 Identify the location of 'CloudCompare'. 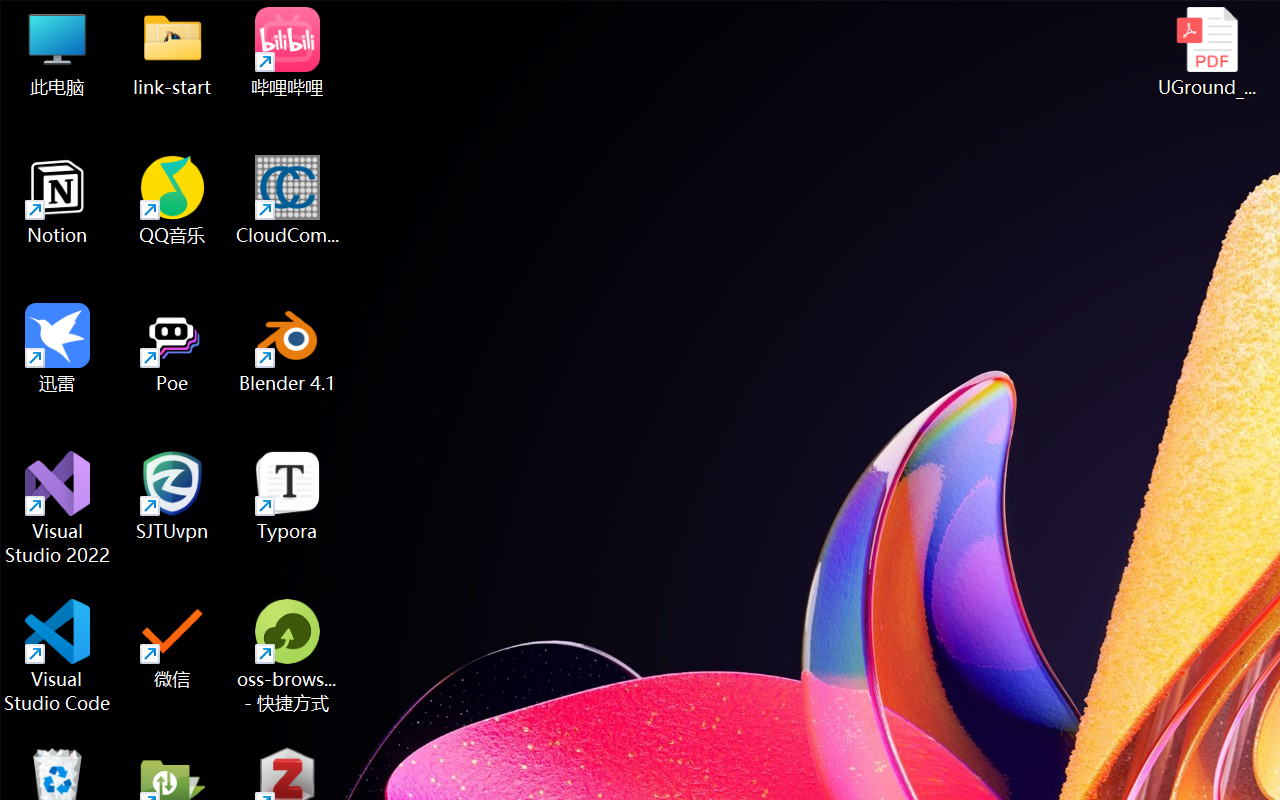
(287, 200).